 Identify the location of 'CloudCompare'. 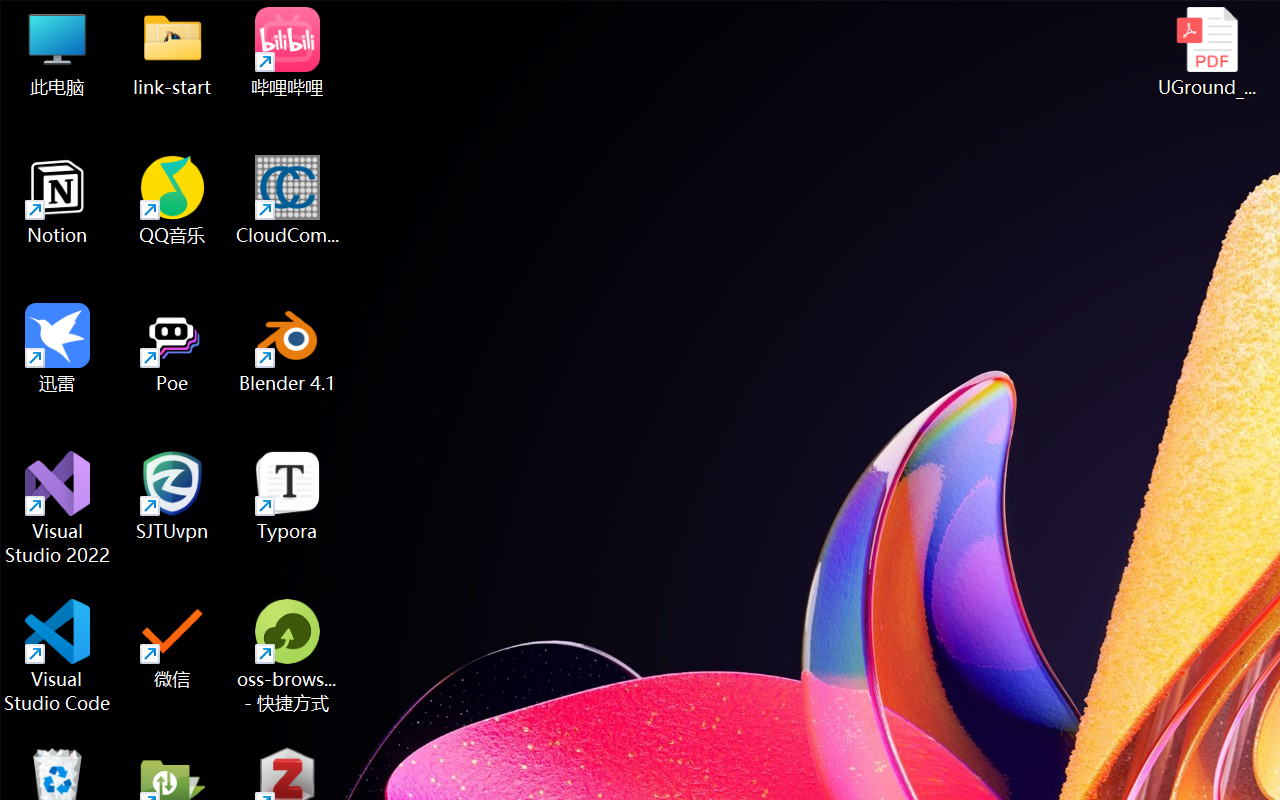
(287, 200).